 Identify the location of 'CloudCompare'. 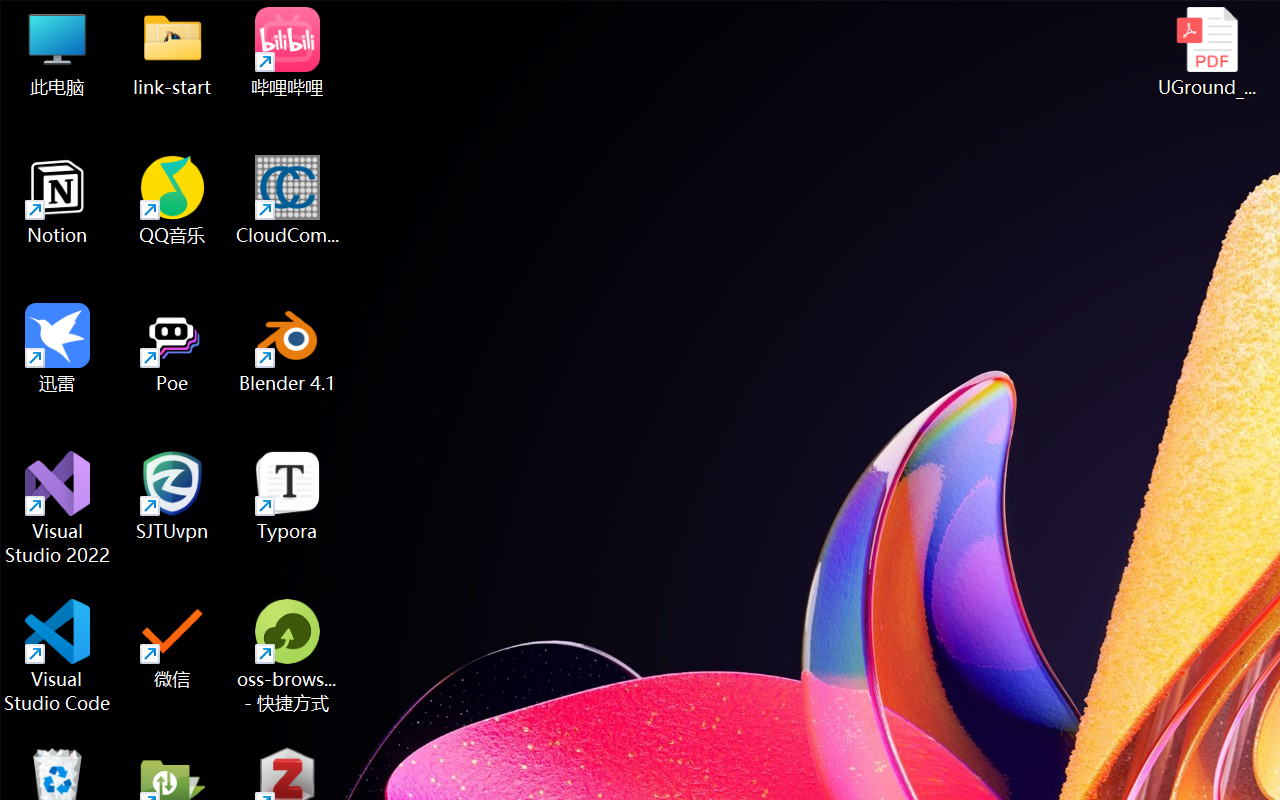
(287, 200).